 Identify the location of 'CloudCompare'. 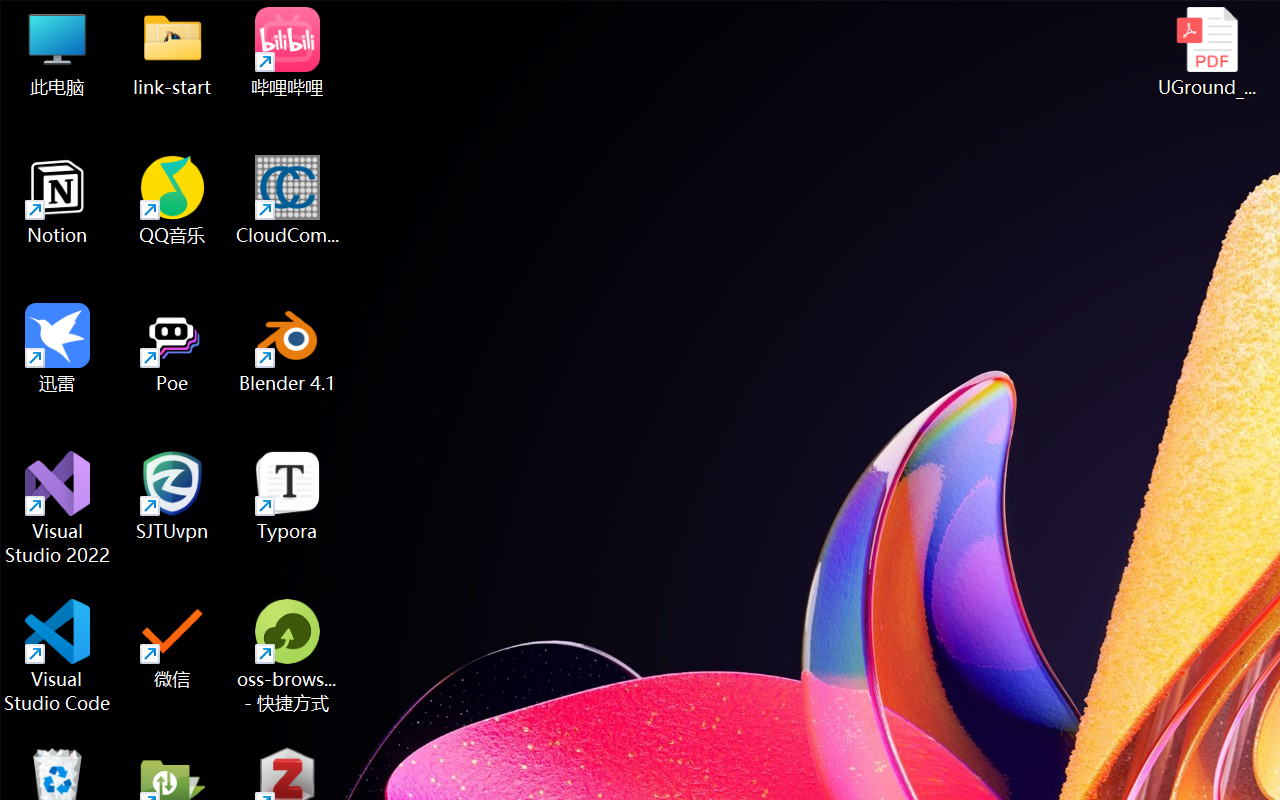
(287, 200).